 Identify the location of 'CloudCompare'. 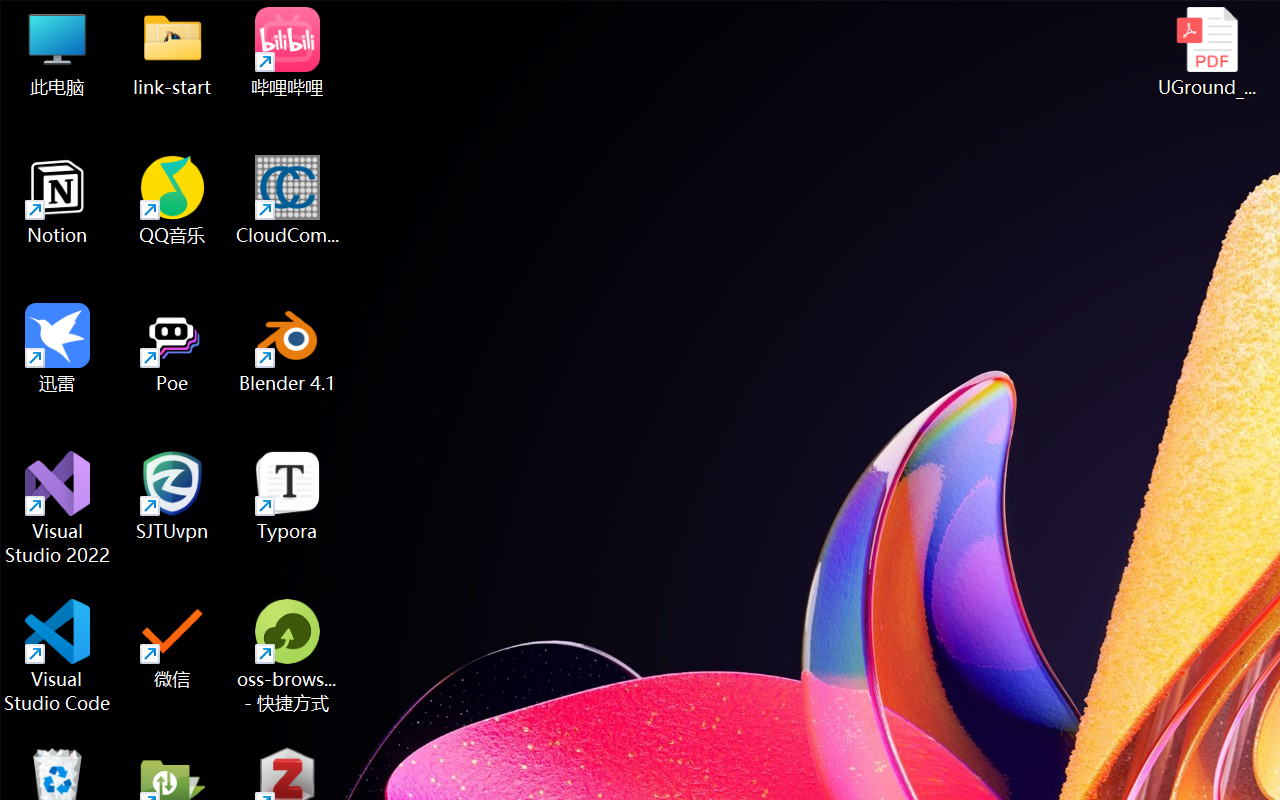
(287, 200).